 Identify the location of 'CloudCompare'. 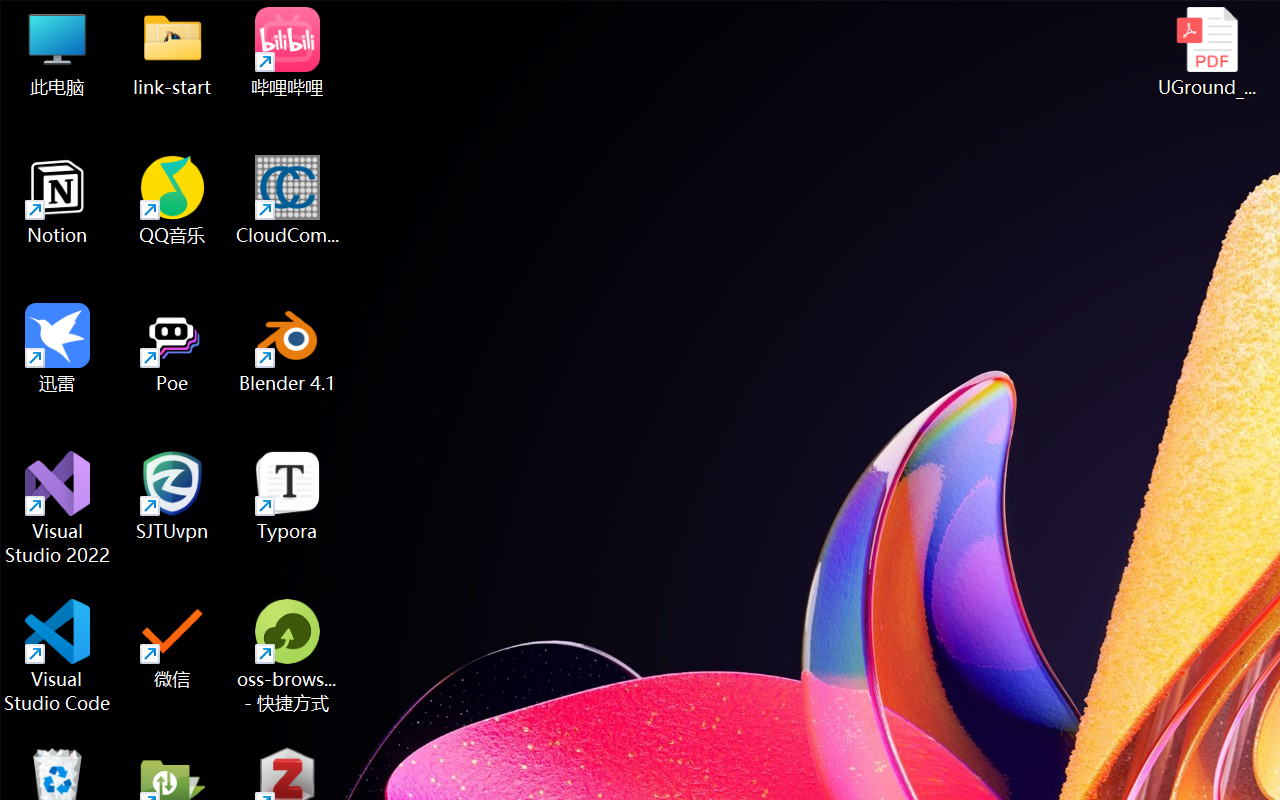
(287, 200).